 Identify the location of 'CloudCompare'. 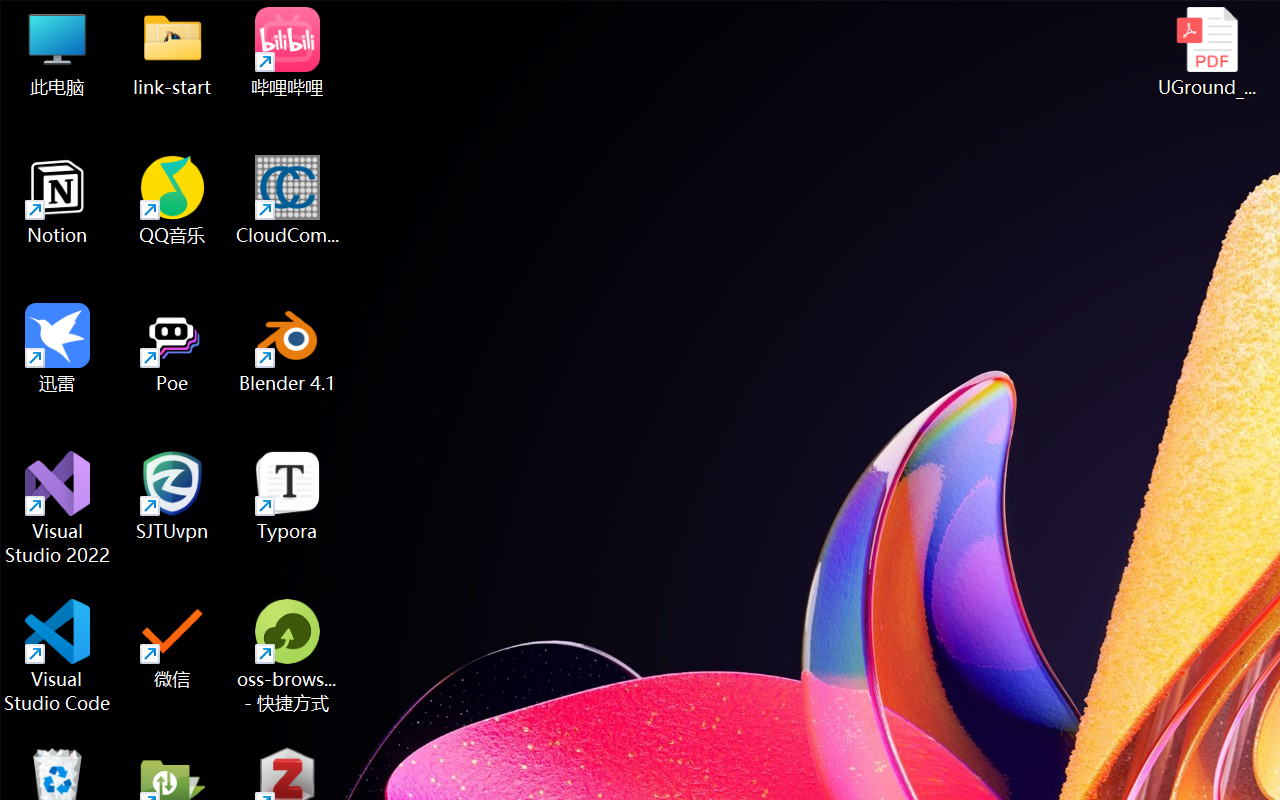
(287, 200).